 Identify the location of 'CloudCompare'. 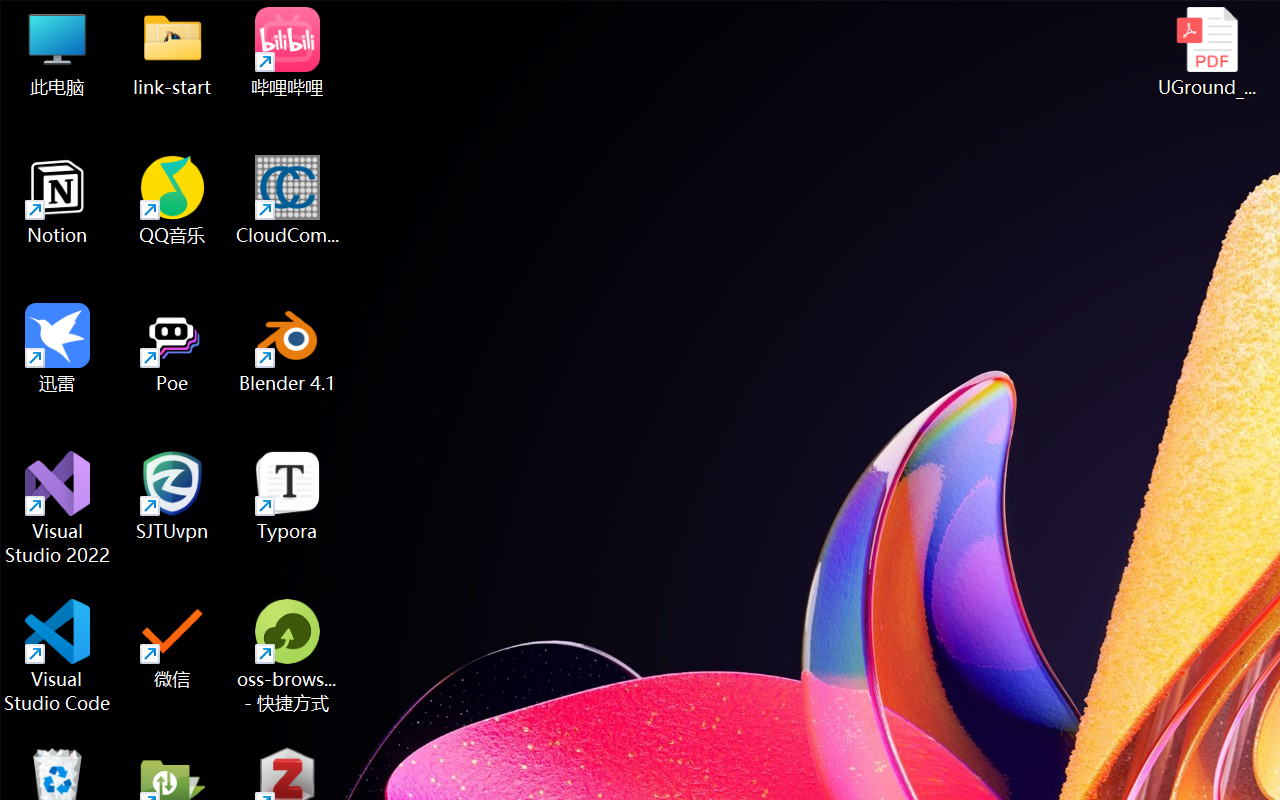
(287, 200).